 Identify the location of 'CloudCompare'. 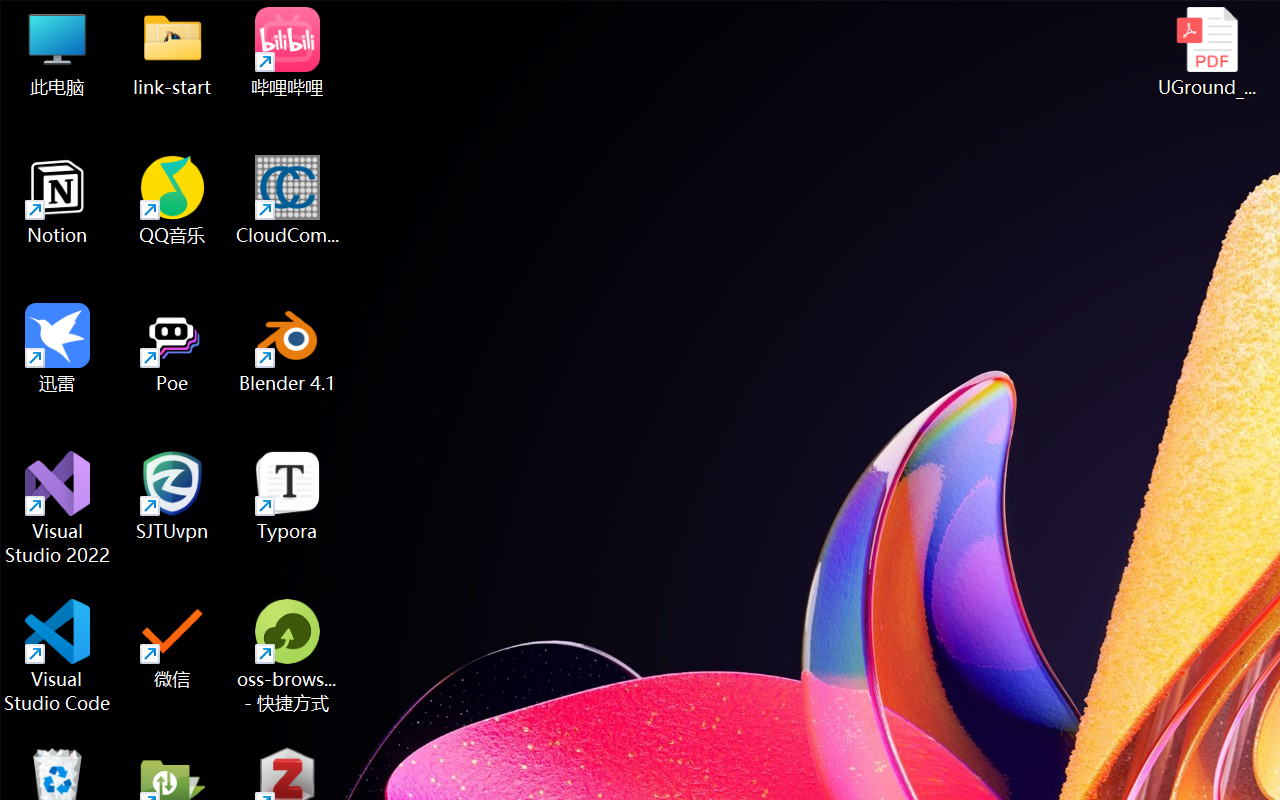
(287, 200).